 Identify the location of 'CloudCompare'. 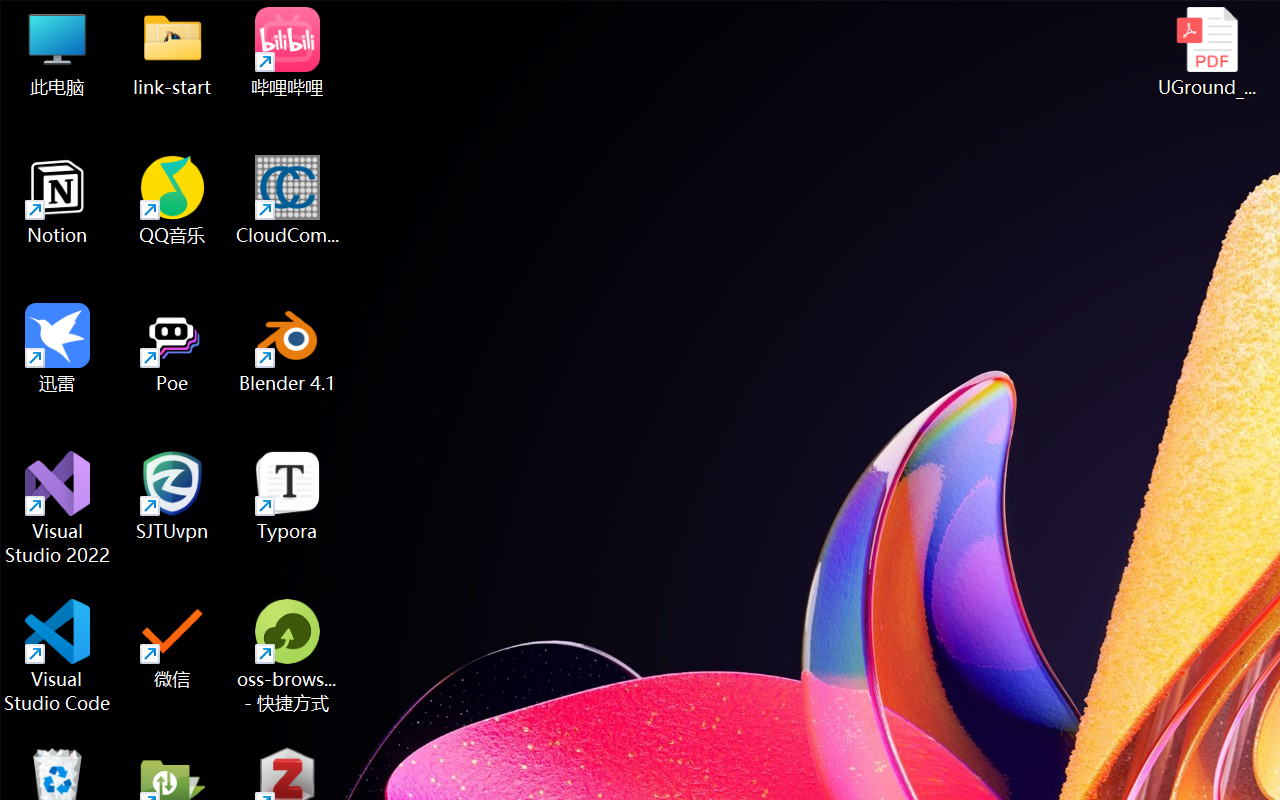
(287, 200).